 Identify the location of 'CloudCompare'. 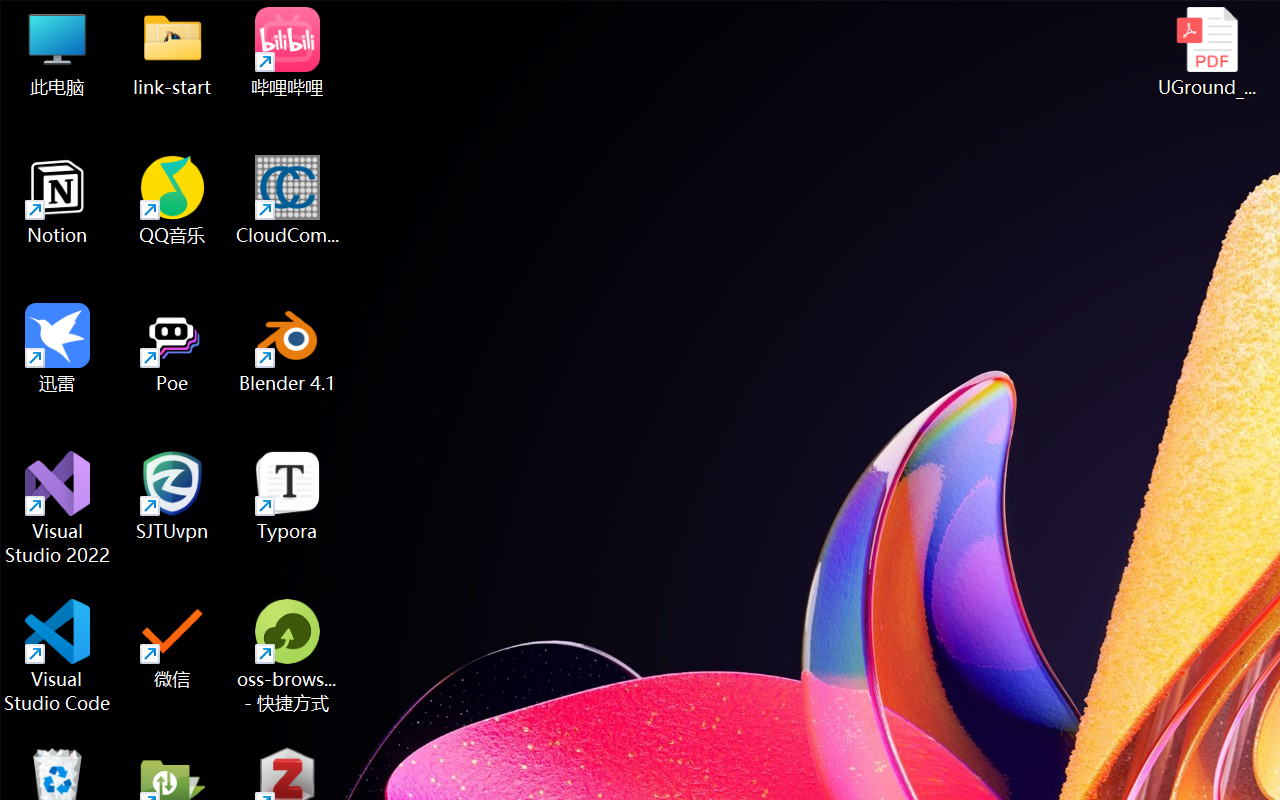
(287, 200).